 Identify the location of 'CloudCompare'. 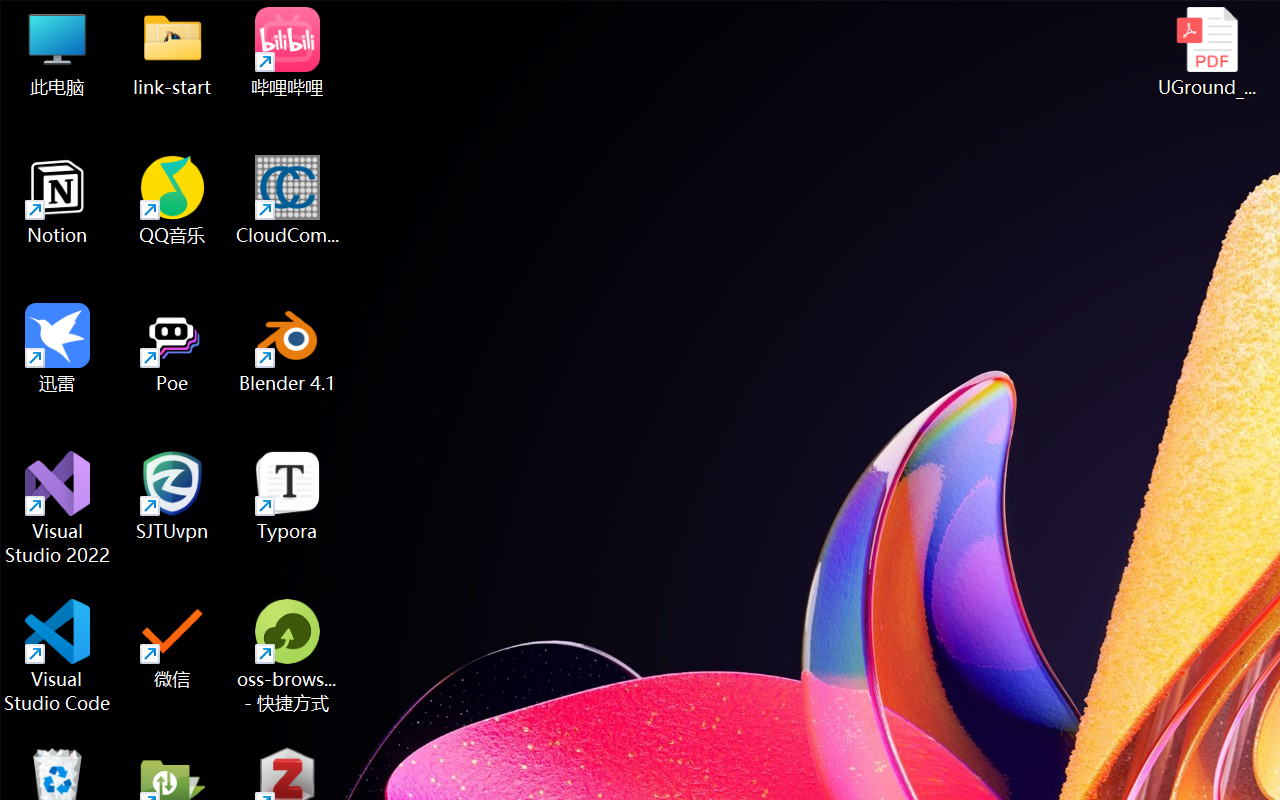
(287, 200).